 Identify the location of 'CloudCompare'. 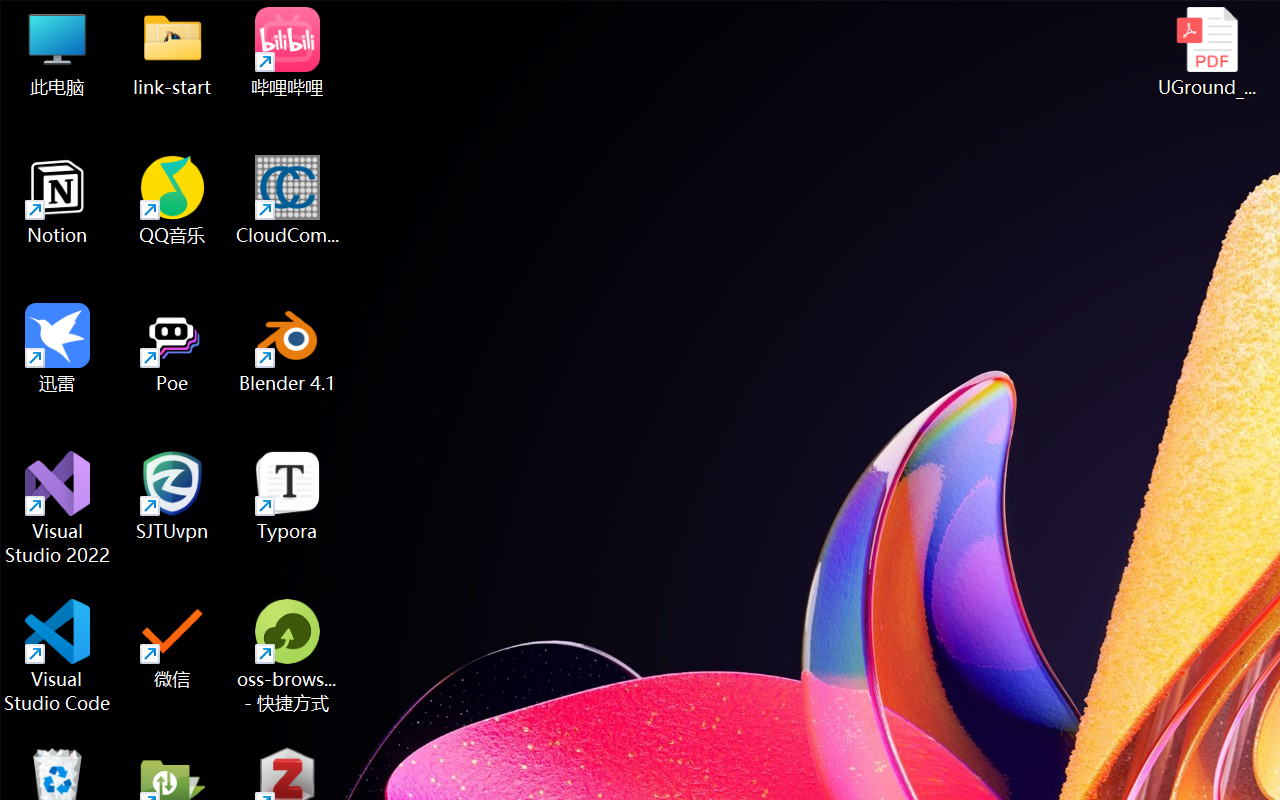
(287, 200).